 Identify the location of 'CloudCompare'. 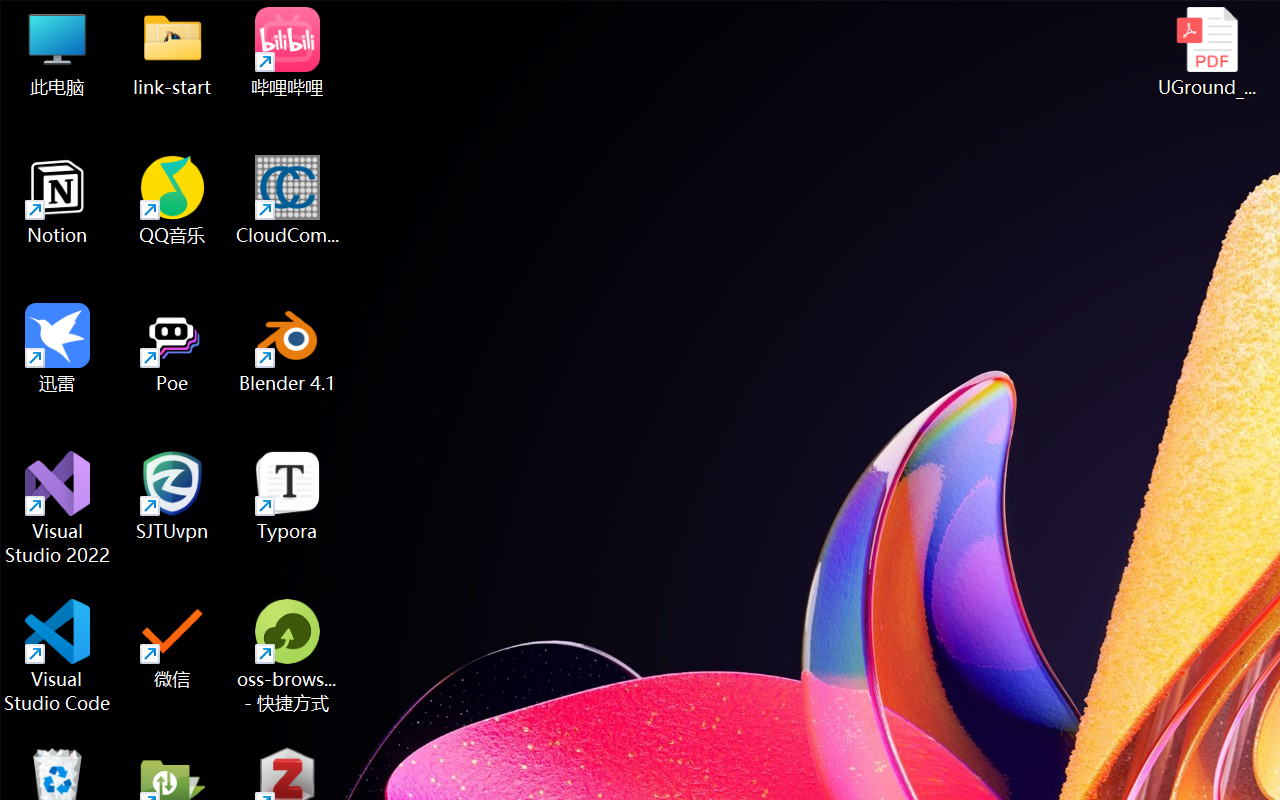
(287, 200).